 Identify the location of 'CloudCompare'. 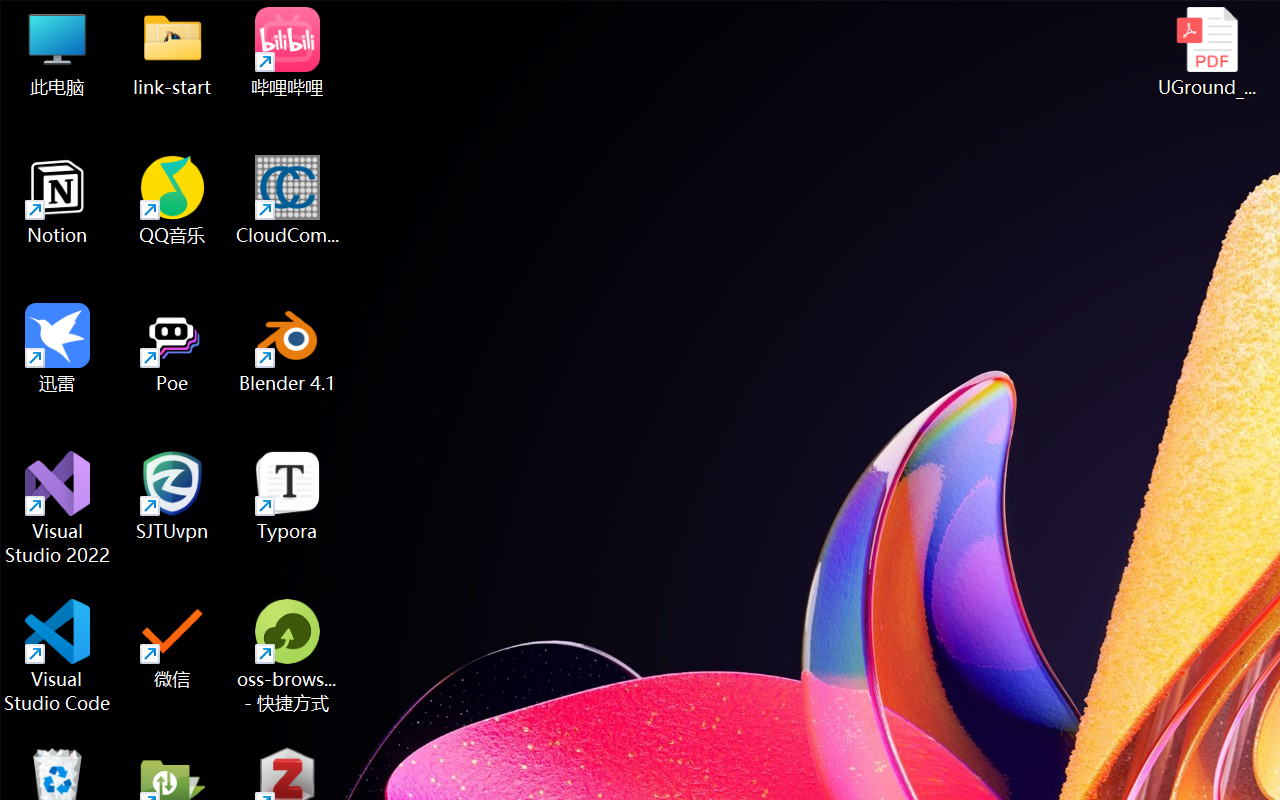
(287, 200).